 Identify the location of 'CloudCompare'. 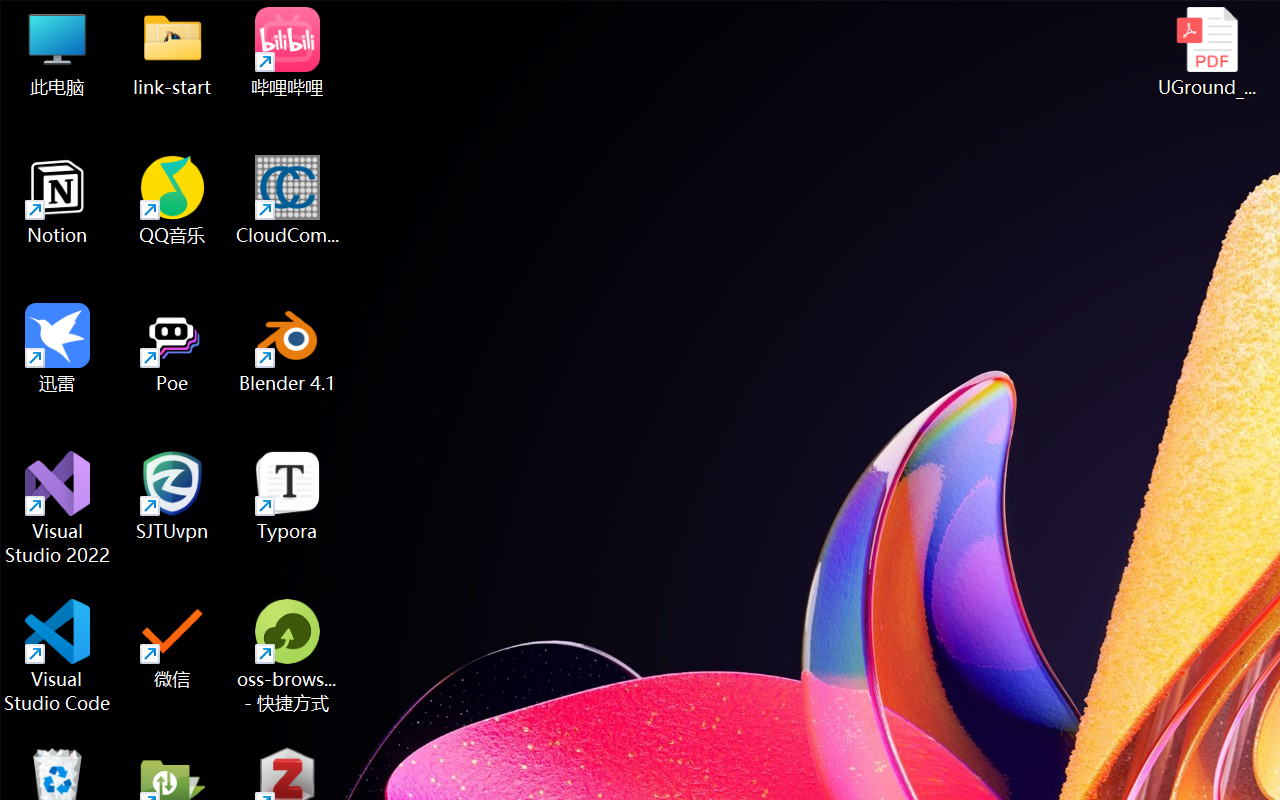
(287, 200).